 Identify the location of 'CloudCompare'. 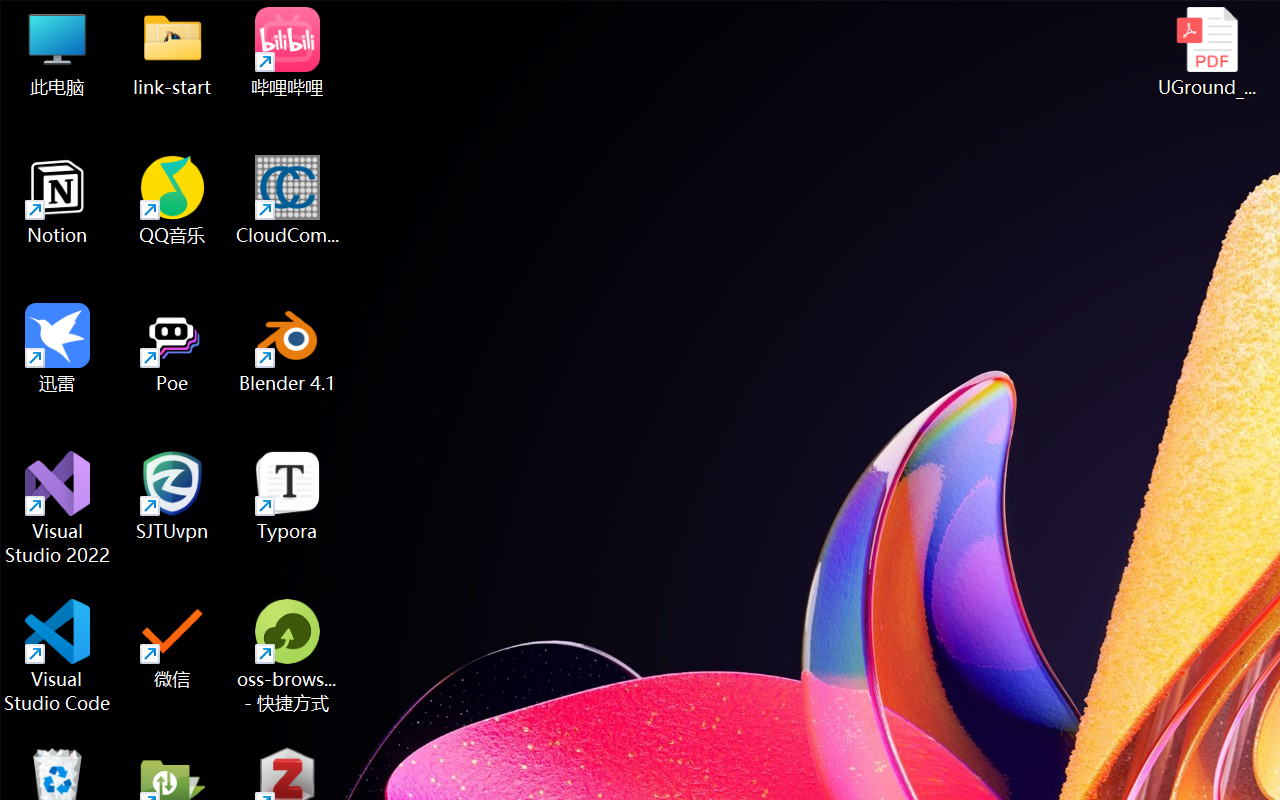
(287, 200).